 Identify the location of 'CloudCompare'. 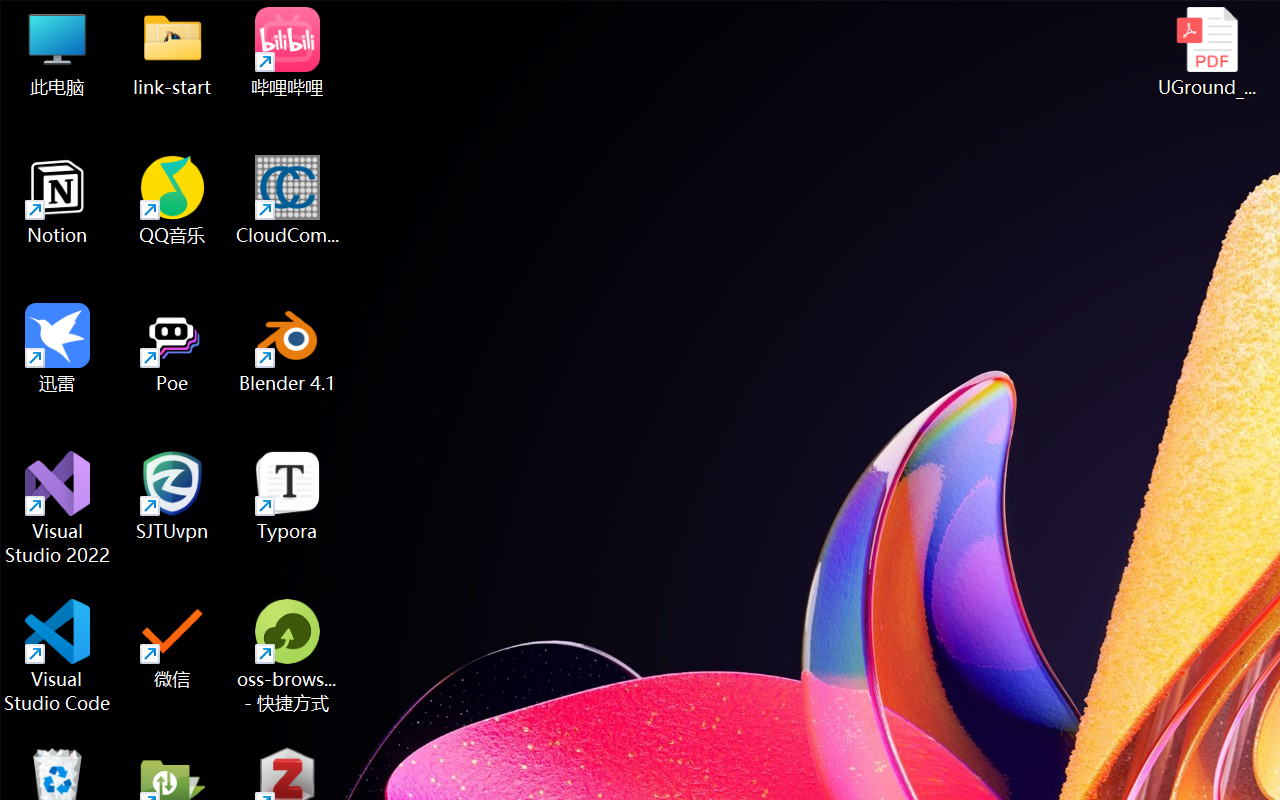
(287, 200).